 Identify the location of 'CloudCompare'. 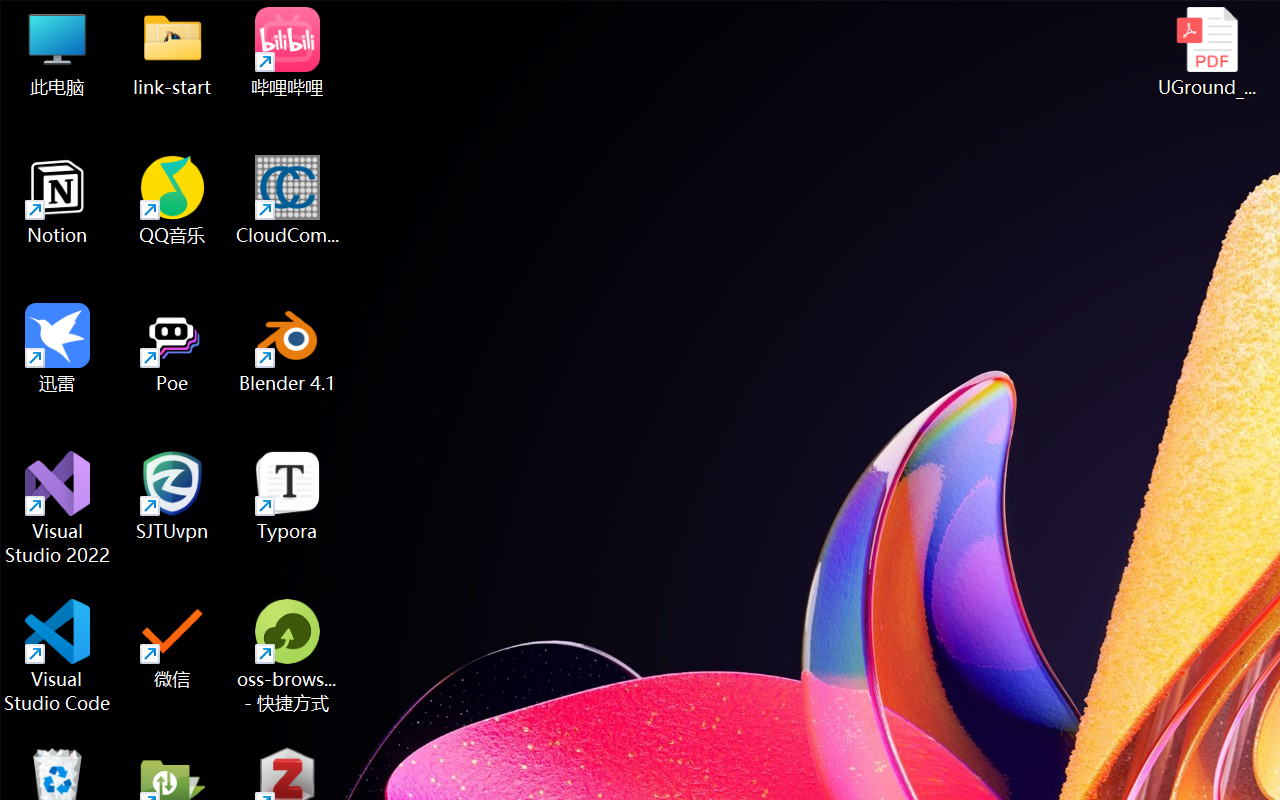
(287, 200).